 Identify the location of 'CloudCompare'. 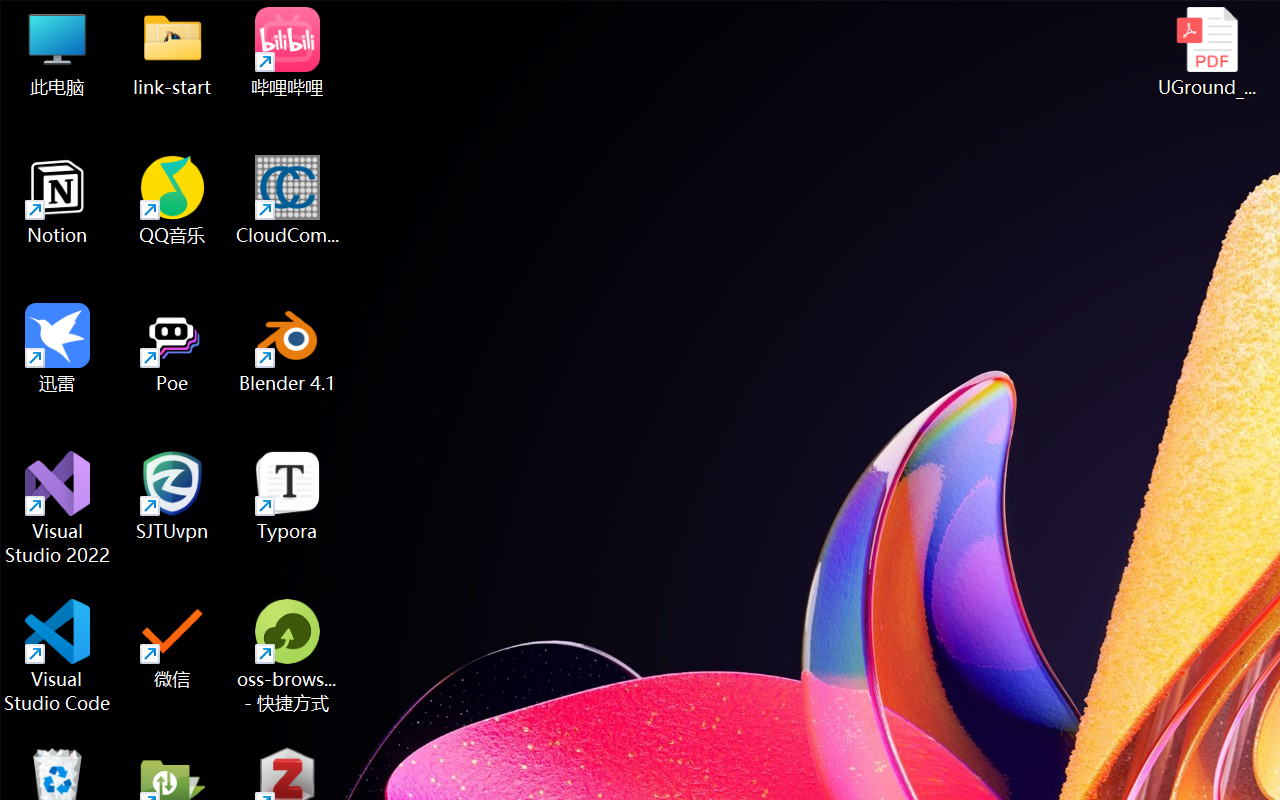
(287, 200).